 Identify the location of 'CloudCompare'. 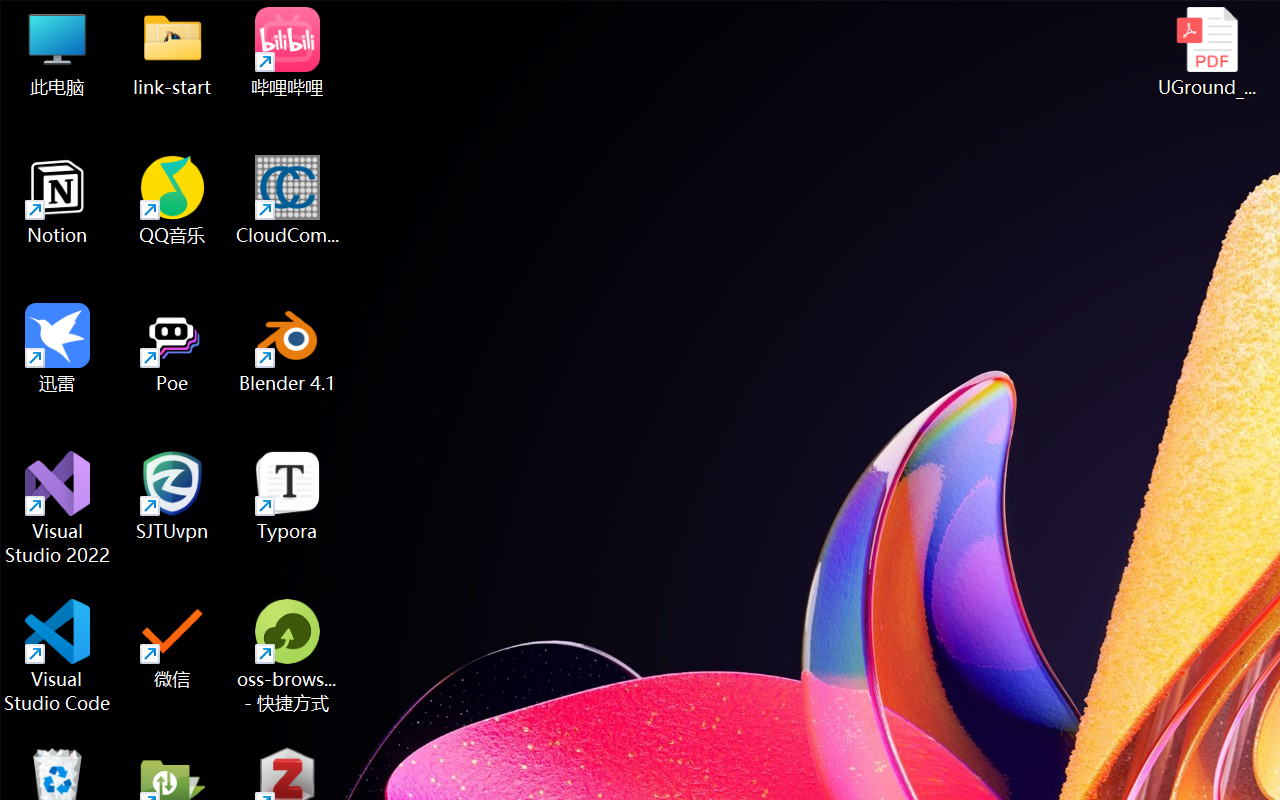
(287, 200).